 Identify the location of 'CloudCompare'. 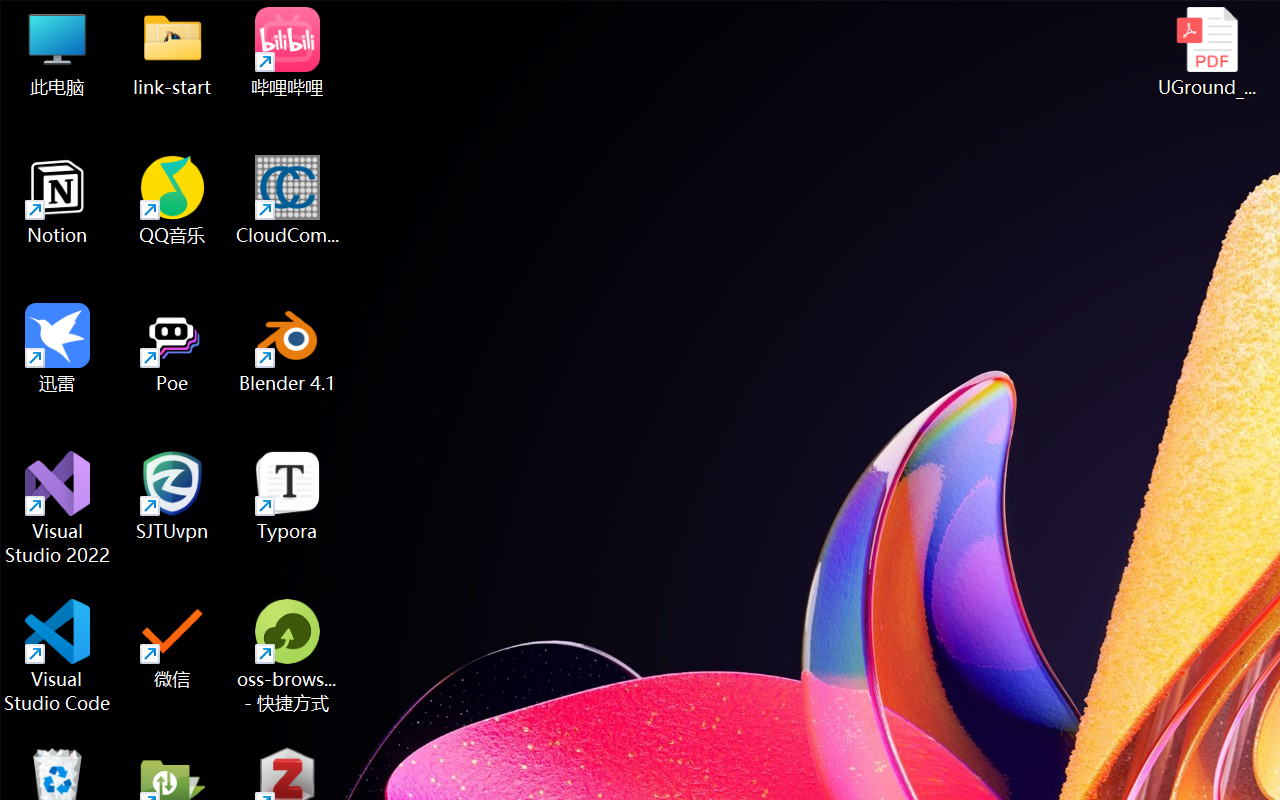
(287, 200).